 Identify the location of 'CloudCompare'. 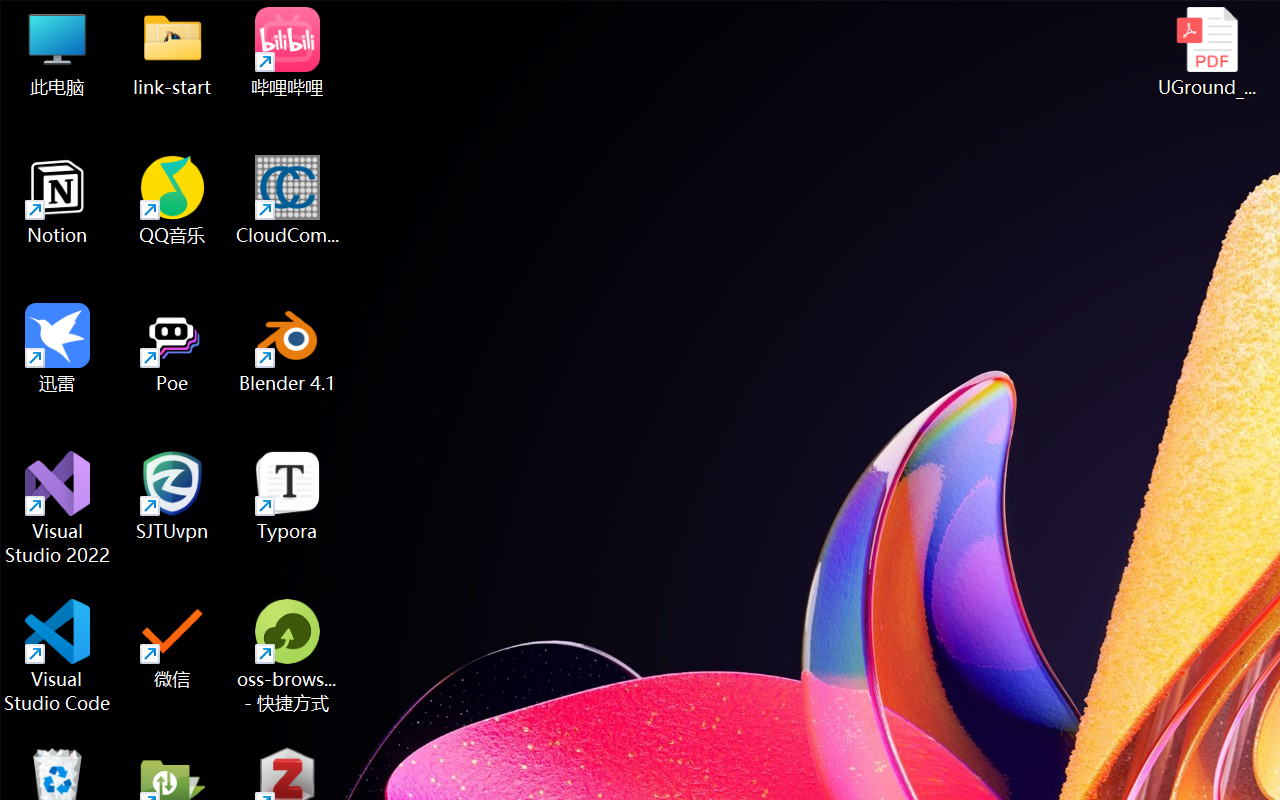
(287, 200).